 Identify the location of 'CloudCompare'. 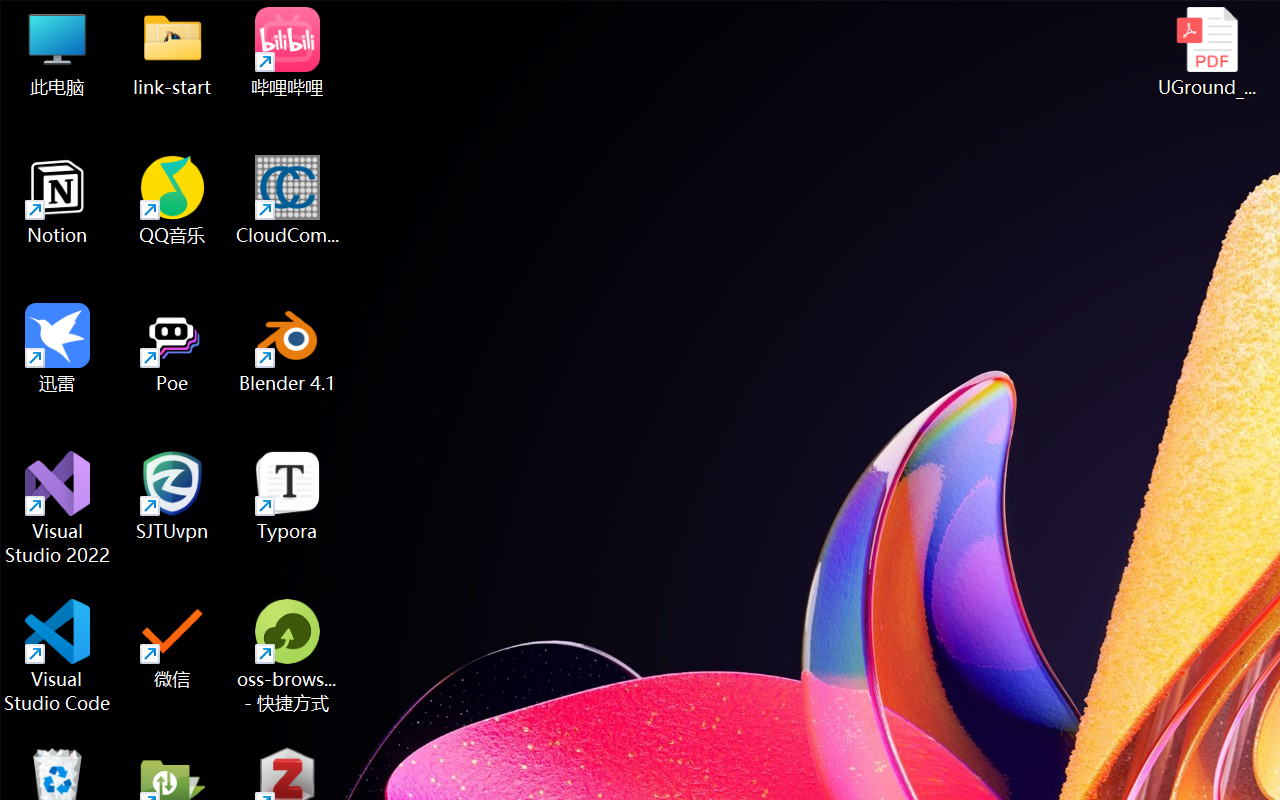
(287, 200).